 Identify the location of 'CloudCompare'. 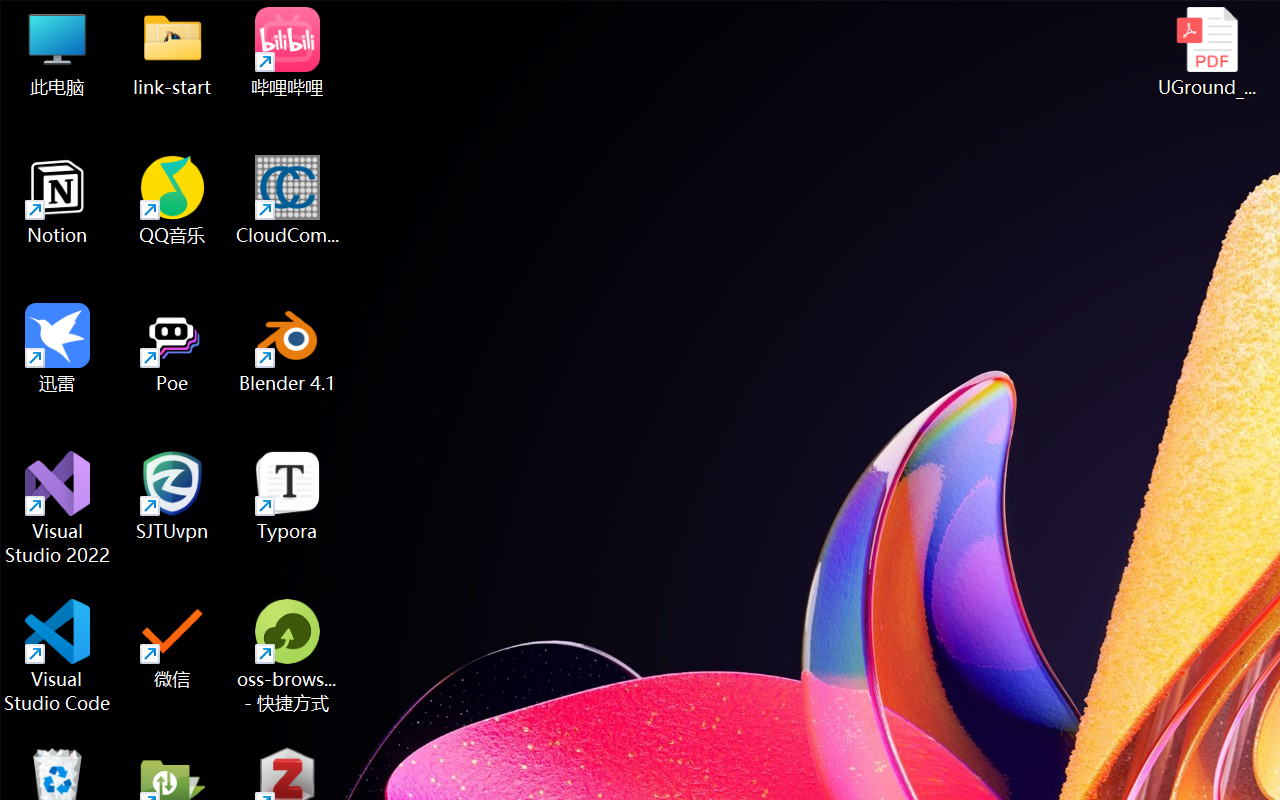
(287, 200).